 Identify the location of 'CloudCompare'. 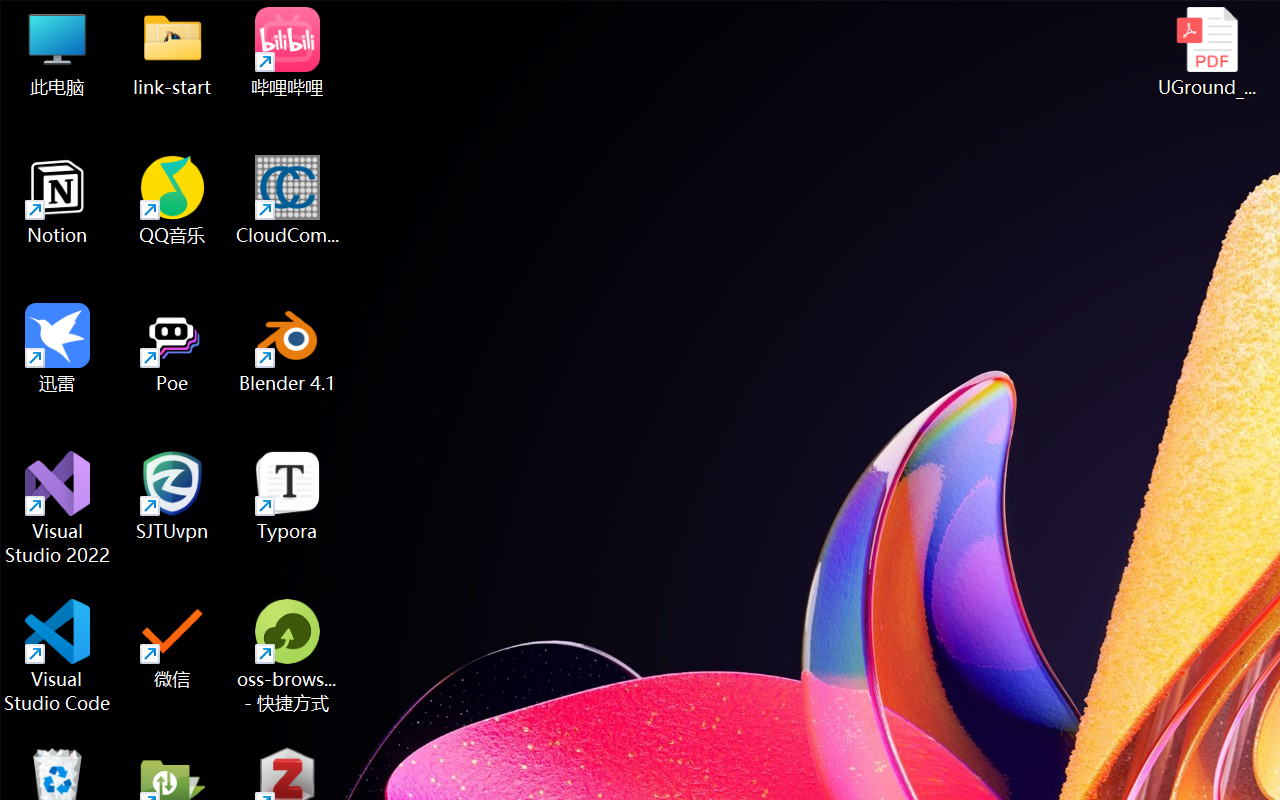
(287, 200).